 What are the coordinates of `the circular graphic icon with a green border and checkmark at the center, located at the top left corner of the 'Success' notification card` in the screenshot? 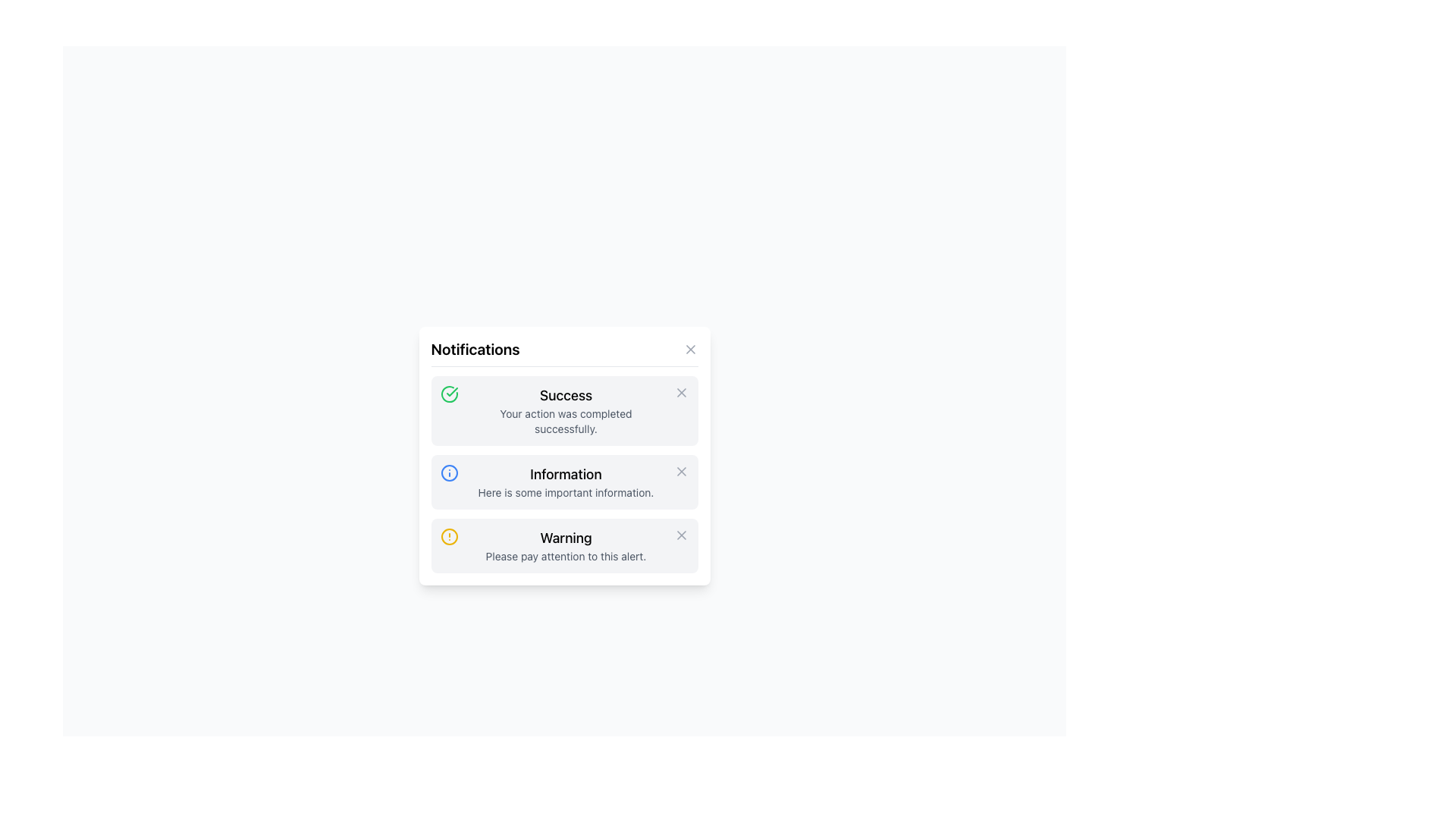 It's located at (448, 393).